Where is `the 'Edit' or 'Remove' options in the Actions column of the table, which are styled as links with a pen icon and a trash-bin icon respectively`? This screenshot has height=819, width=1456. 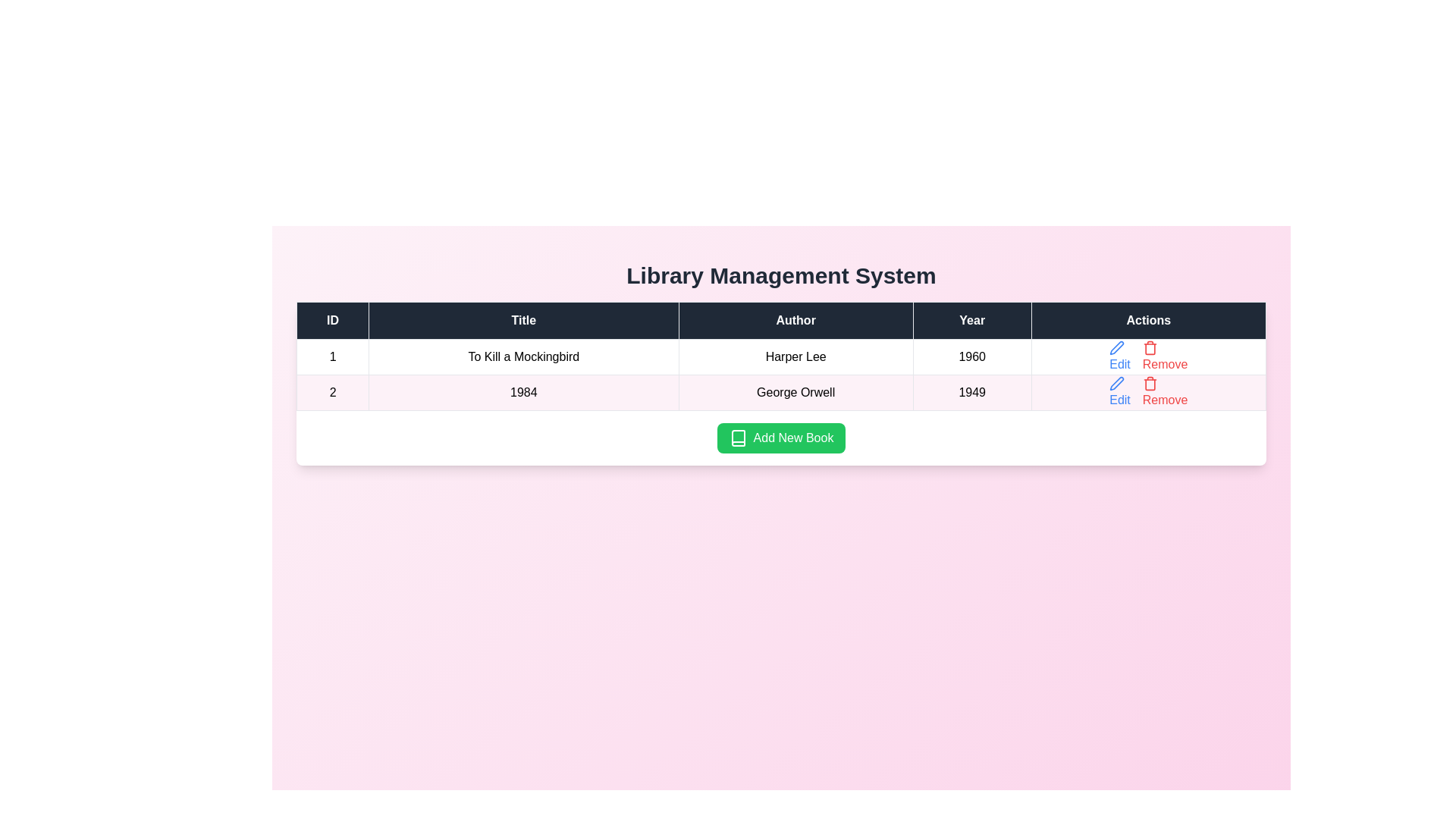 the 'Edit' or 'Remove' options in the Actions column of the table, which are styled as links with a pen icon and a trash-bin icon respectively is located at coordinates (1148, 391).